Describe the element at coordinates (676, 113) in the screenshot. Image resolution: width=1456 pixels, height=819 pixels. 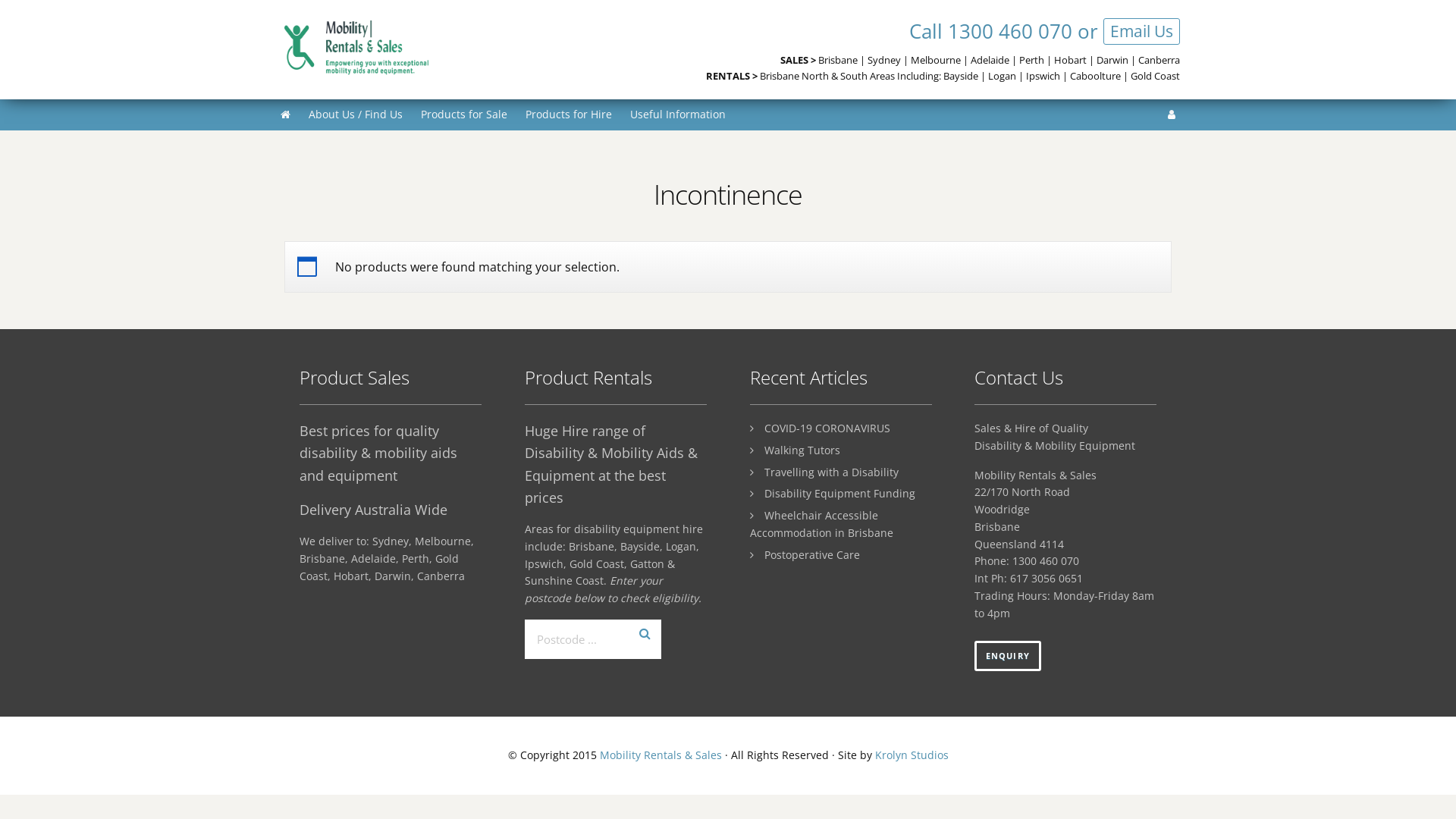
I see `'Useful Information'` at that location.